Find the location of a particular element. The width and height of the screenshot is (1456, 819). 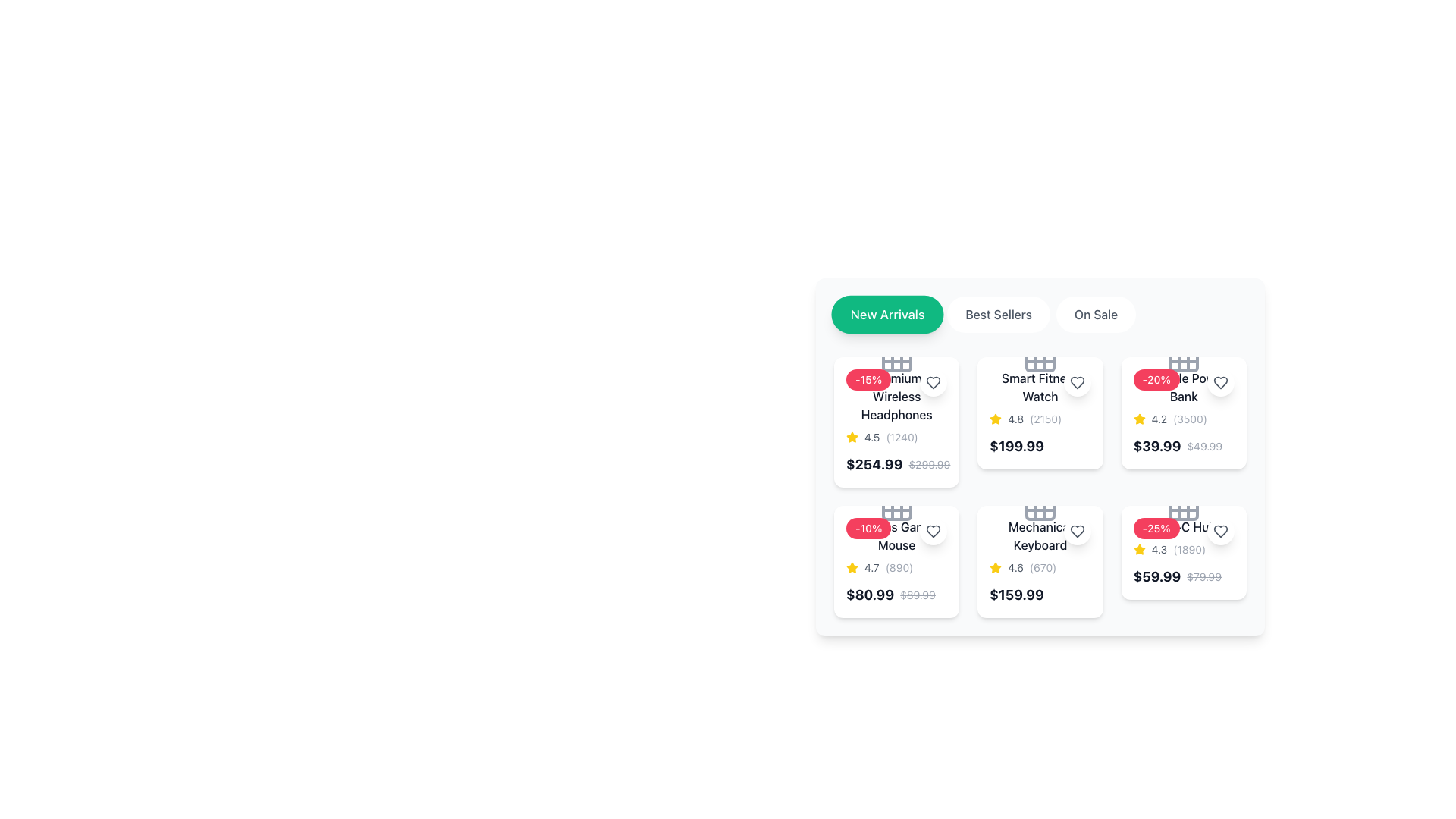

the icon representing the 'Smart Fitness Watch' located in the second card of the first row in the product grid for interaction is located at coordinates (1040, 356).